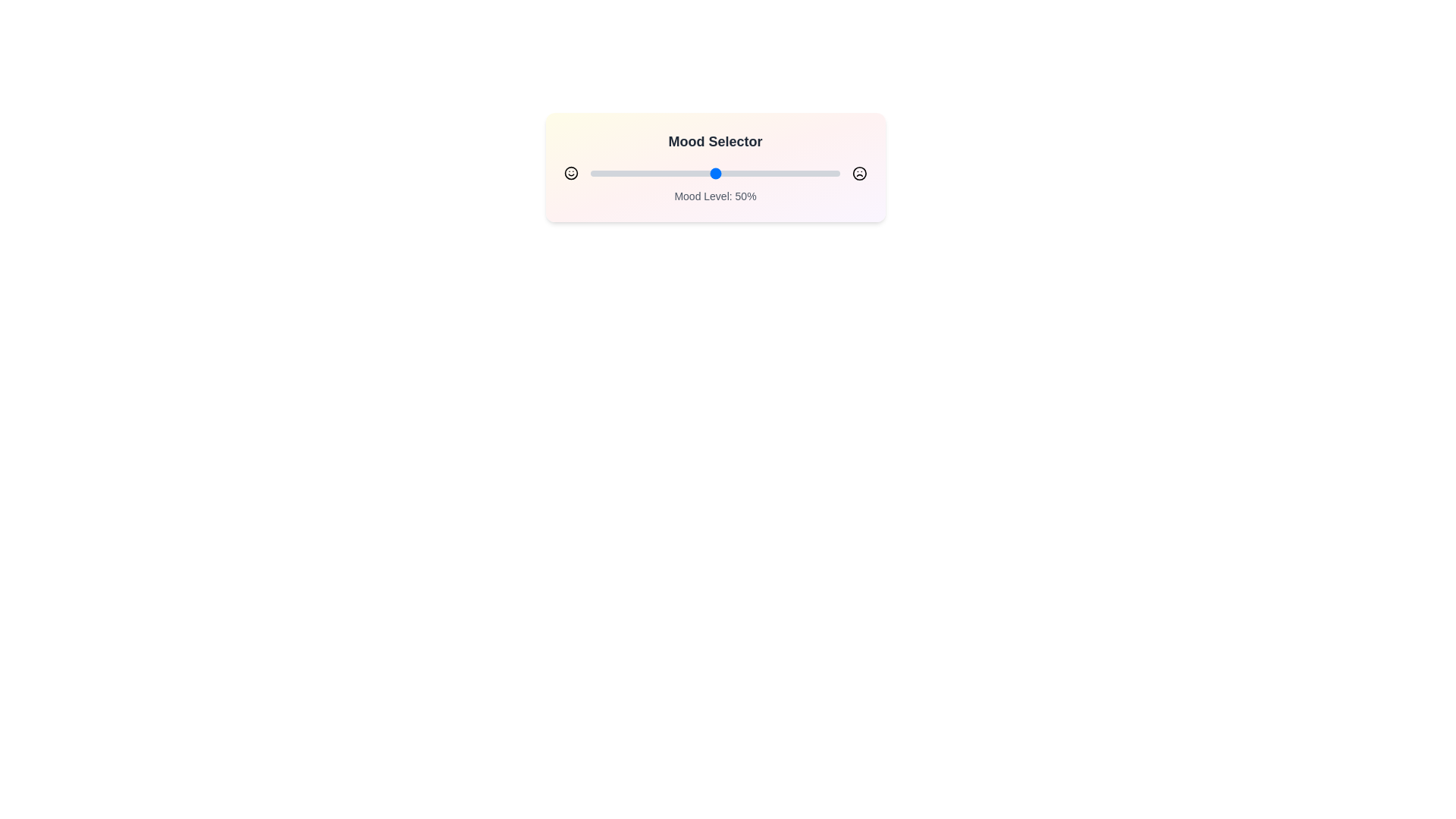 This screenshot has height=819, width=1456. I want to click on the mood slider to set the mood level to 35, so click(677, 172).